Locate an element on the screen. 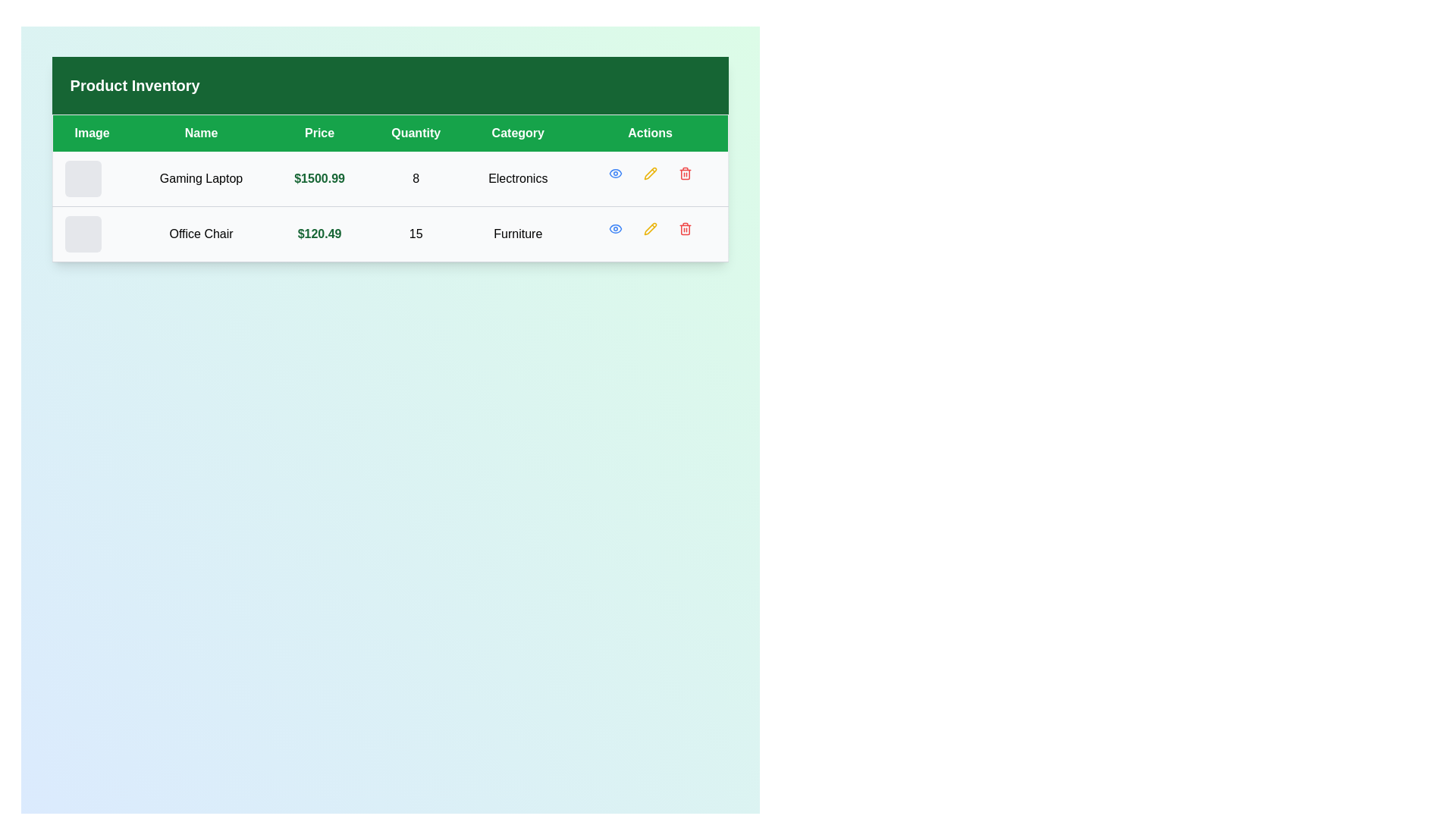 The image size is (1456, 819). the edit icon located in the 'Actions' column of the table corresponding to the 'Gaming Laptop' entry for accessibility is located at coordinates (650, 172).